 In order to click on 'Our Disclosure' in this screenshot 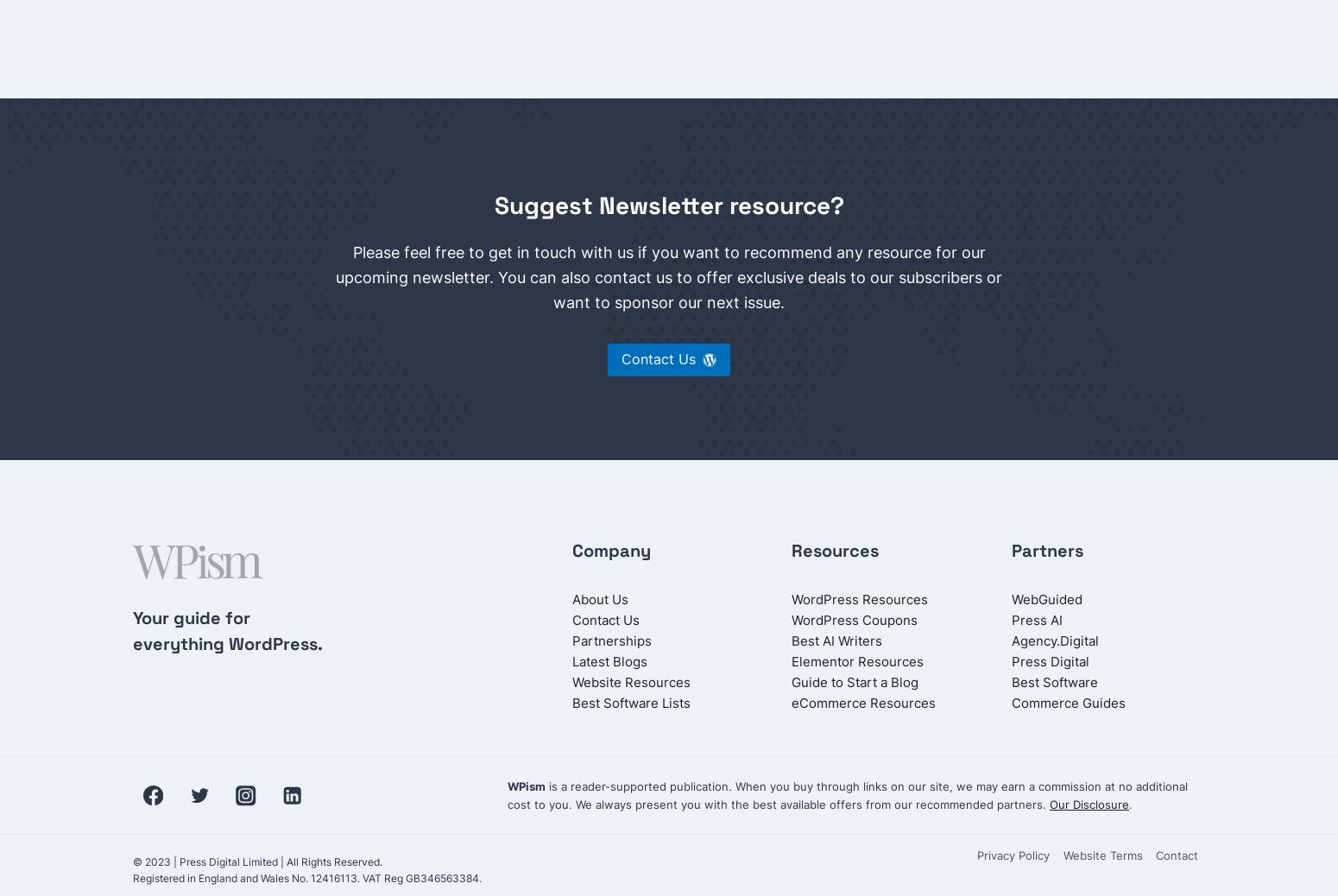, I will do `click(1089, 803)`.